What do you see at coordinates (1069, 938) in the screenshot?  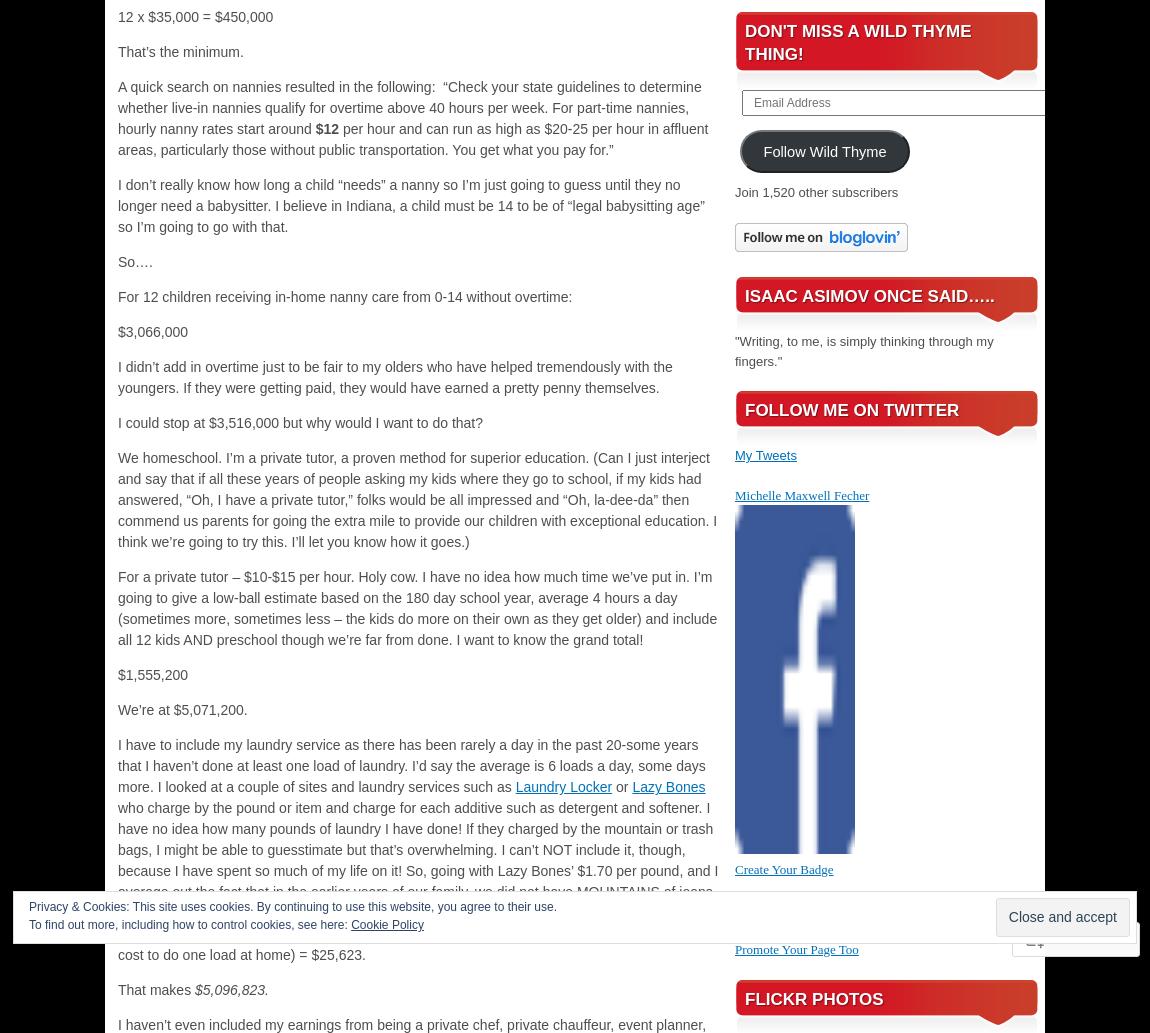 I see `'Follow'` at bounding box center [1069, 938].